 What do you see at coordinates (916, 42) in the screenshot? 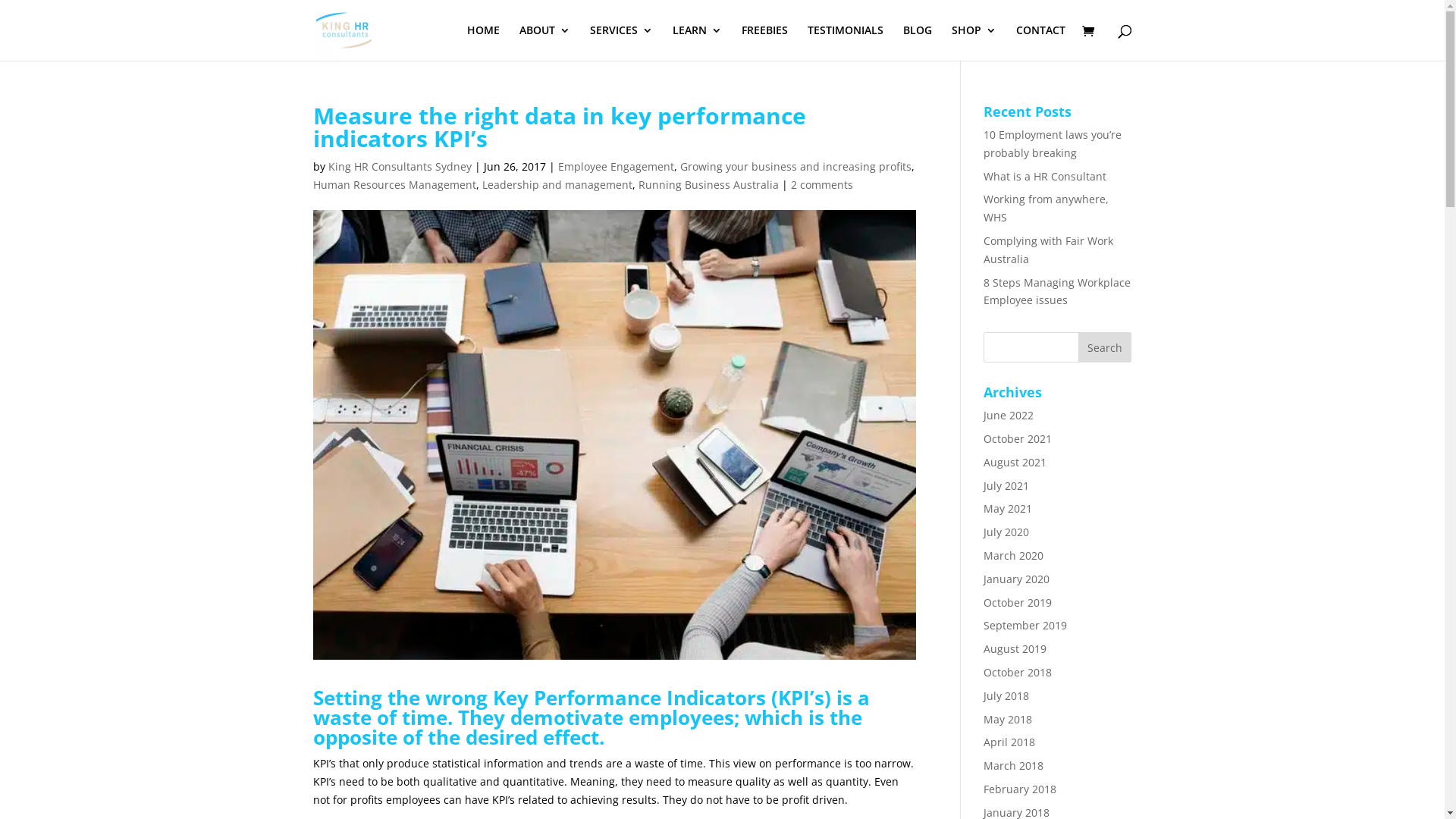
I see `'BLOG'` at bounding box center [916, 42].